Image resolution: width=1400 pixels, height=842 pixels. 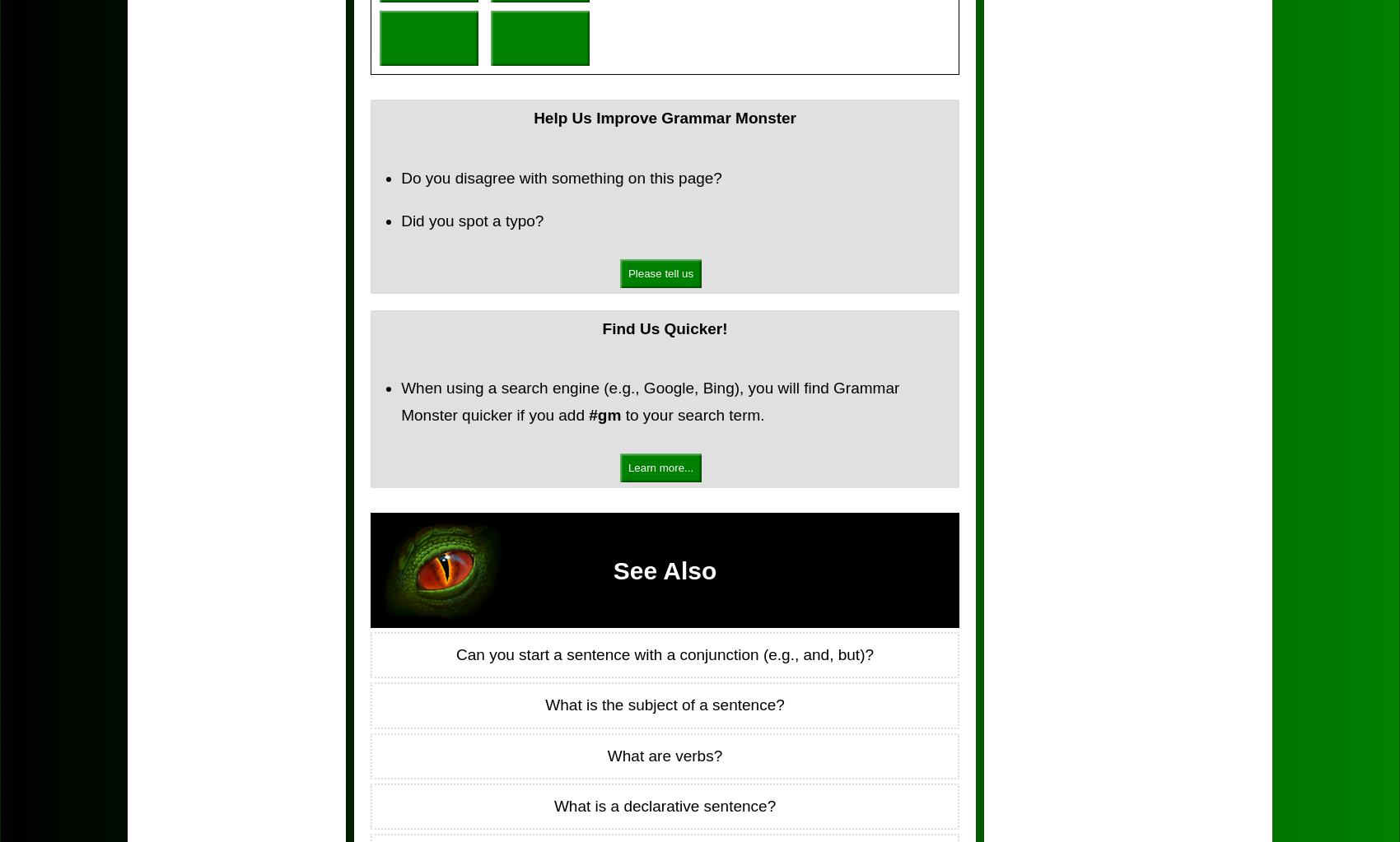 I want to click on 'Learn more...', so click(x=660, y=468).